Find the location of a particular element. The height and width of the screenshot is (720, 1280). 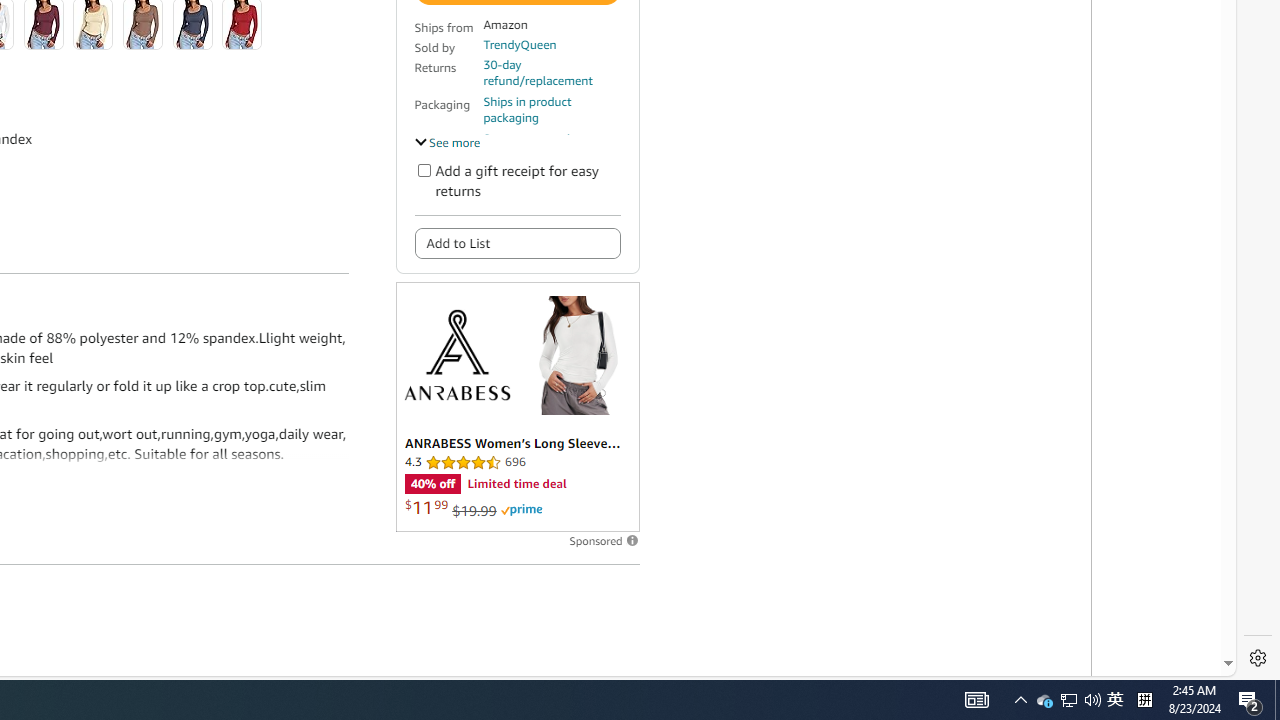

'Ships in product packaging' is located at coordinates (551, 110).